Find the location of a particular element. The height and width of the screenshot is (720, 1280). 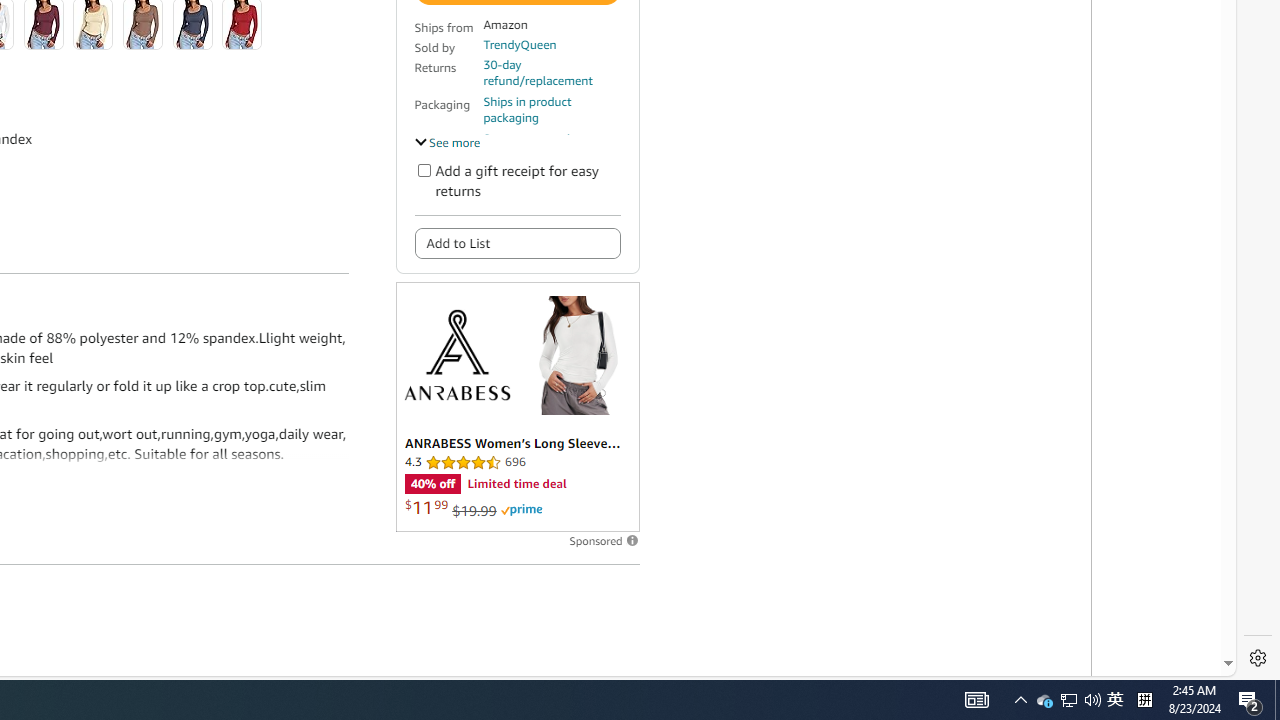

'Ships in product packaging' is located at coordinates (551, 110).